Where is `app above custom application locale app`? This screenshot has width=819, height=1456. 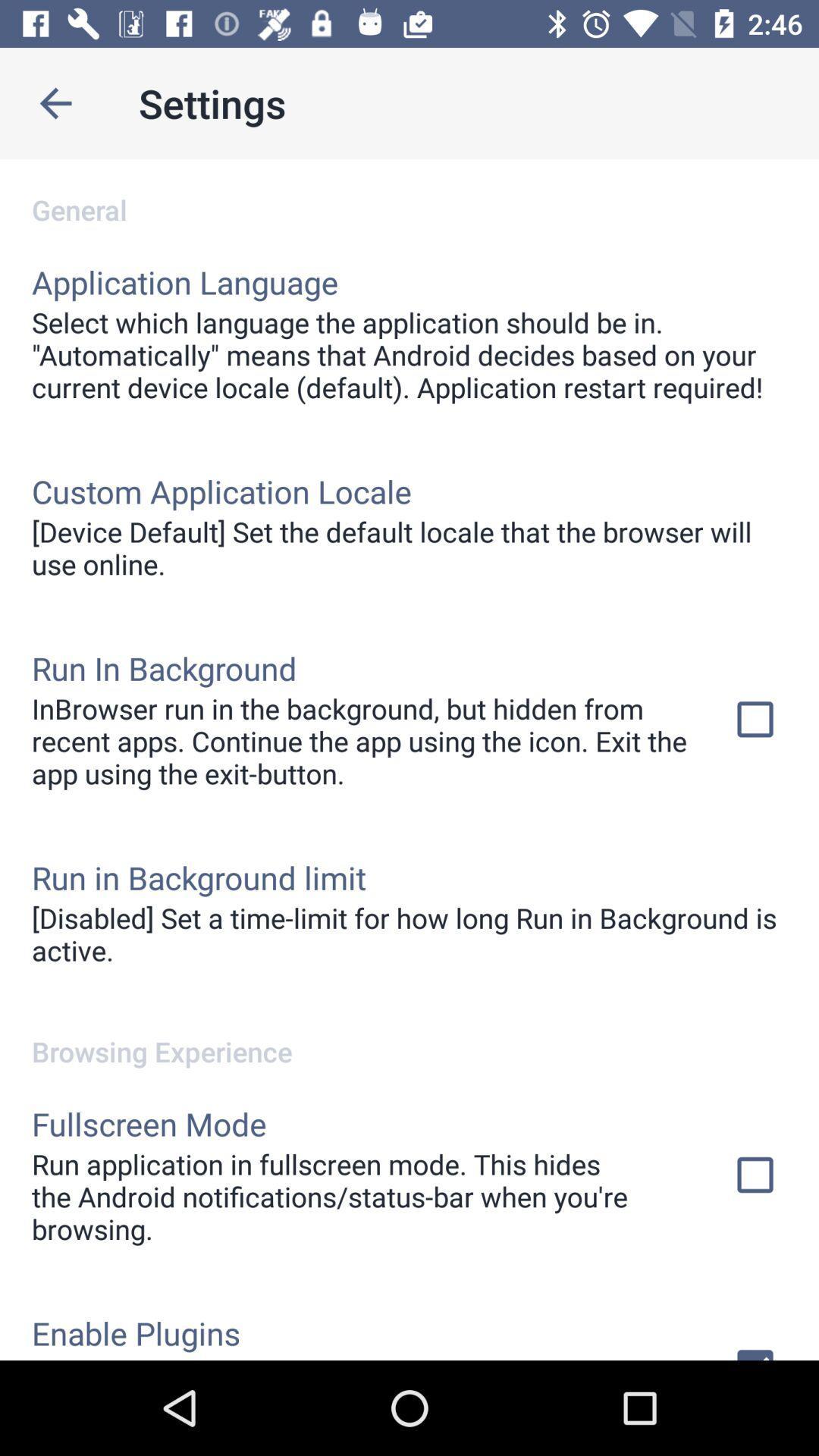 app above custom application locale app is located at coordinates (409, 354).